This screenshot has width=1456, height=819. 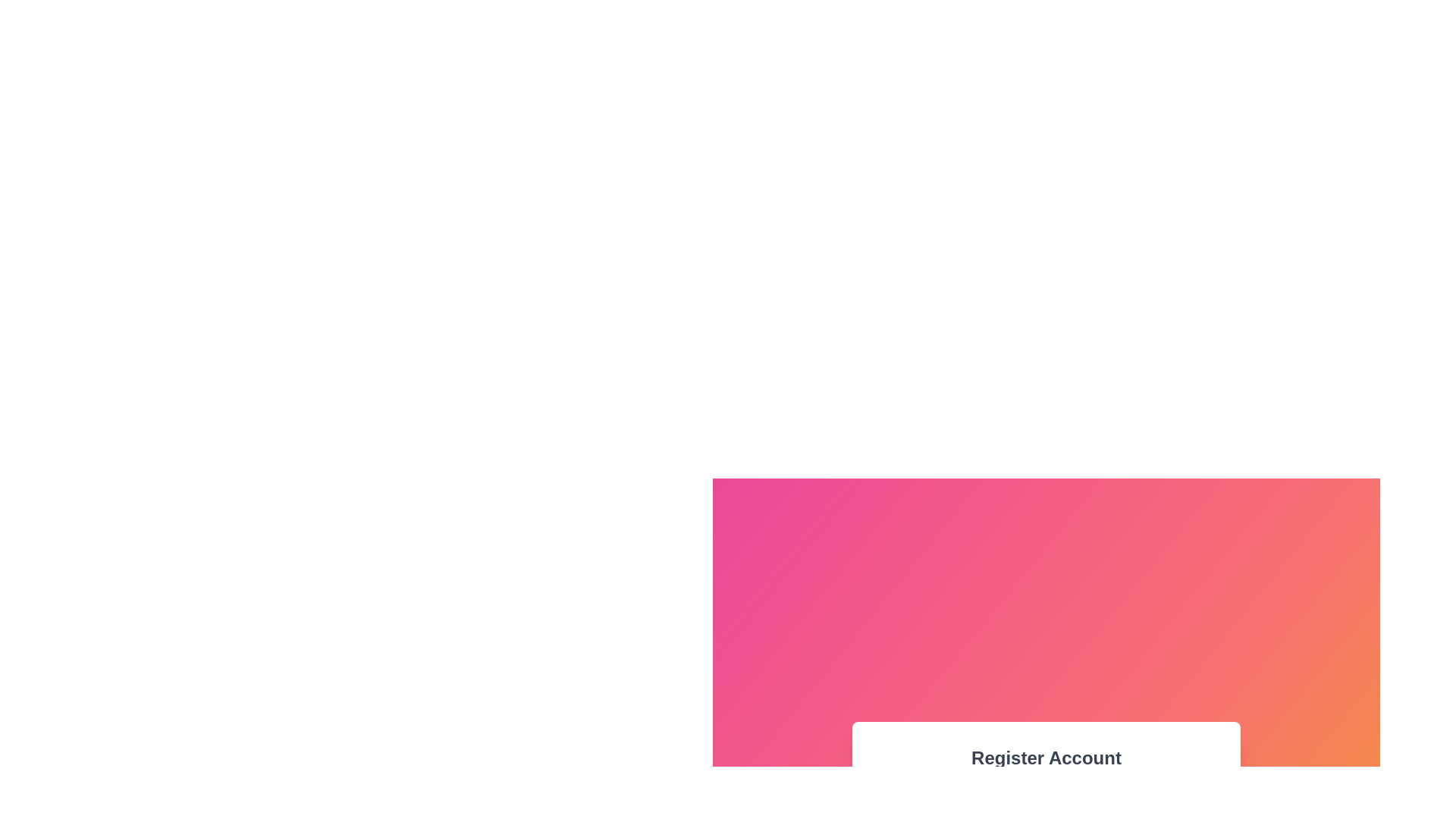 I want to click on the static text element displaying 'Register Account', which is bold and centered within a white rounded rectangle, so click(x=1046, y=758).